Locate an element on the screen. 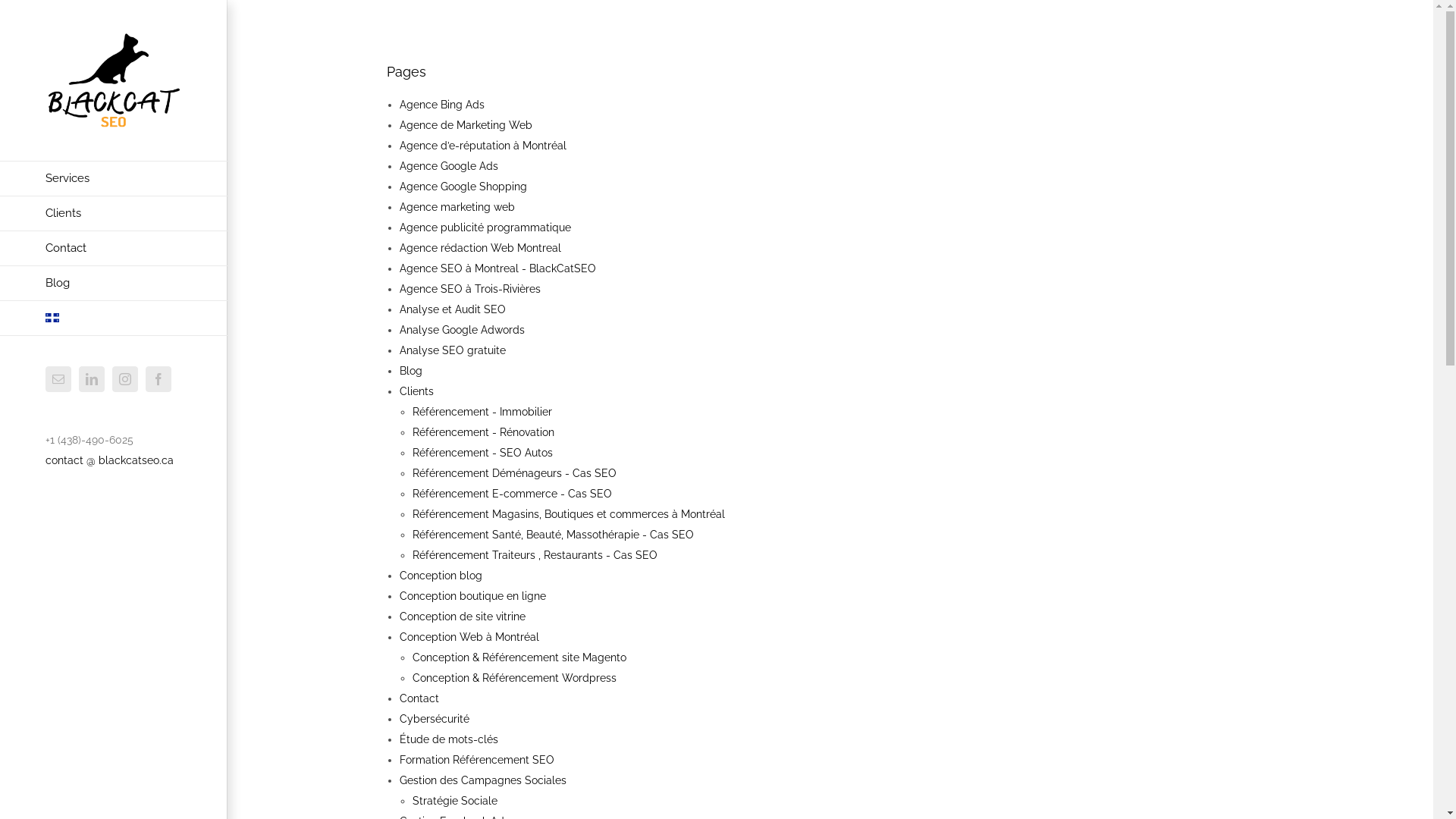 The image size is (1456, 819). 'Conception de site vitrine' is located at coordinates (461, 617).